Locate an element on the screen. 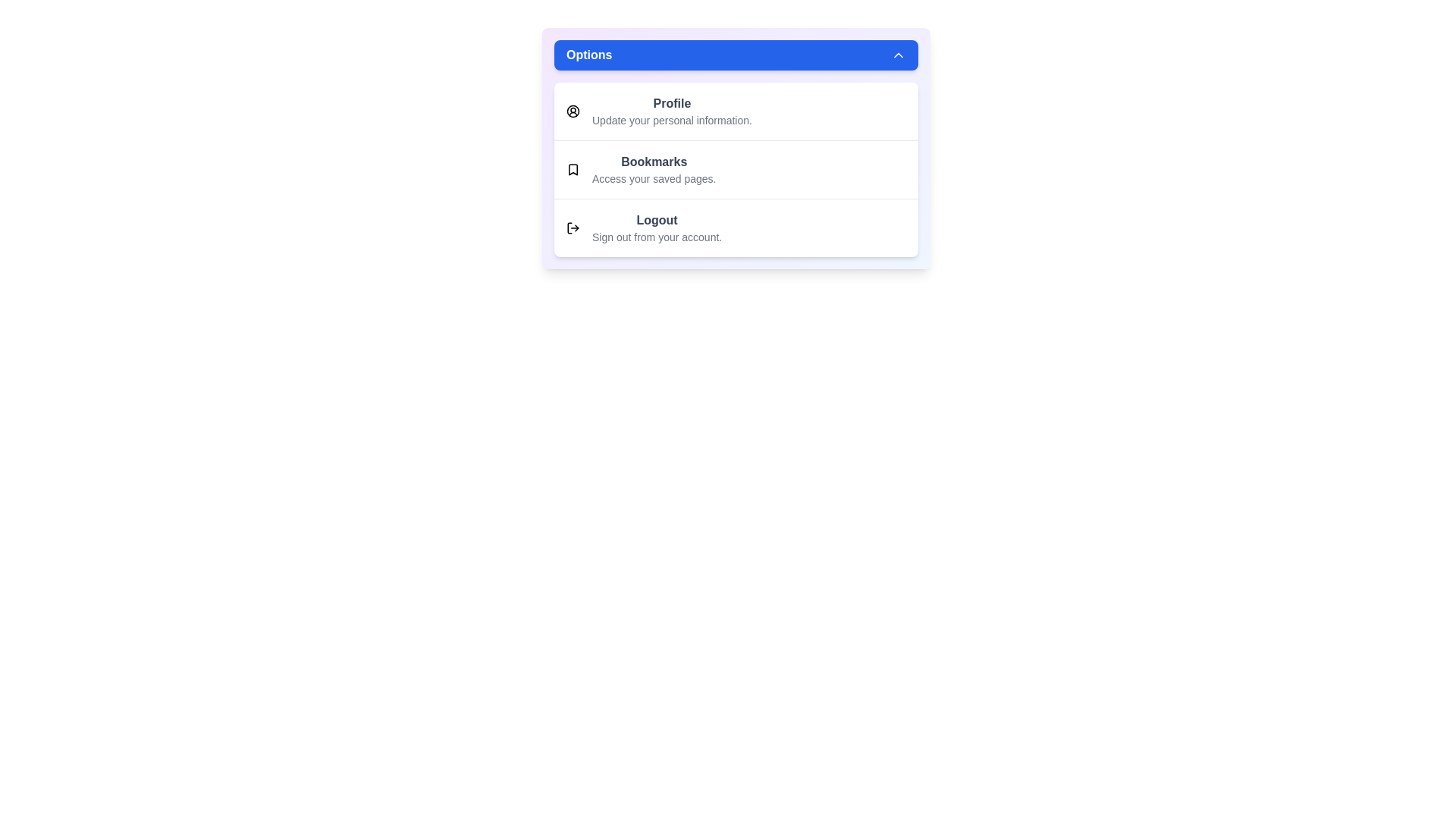  the option Logout from the menu to inspect its details is located at coordinates (736, 227).